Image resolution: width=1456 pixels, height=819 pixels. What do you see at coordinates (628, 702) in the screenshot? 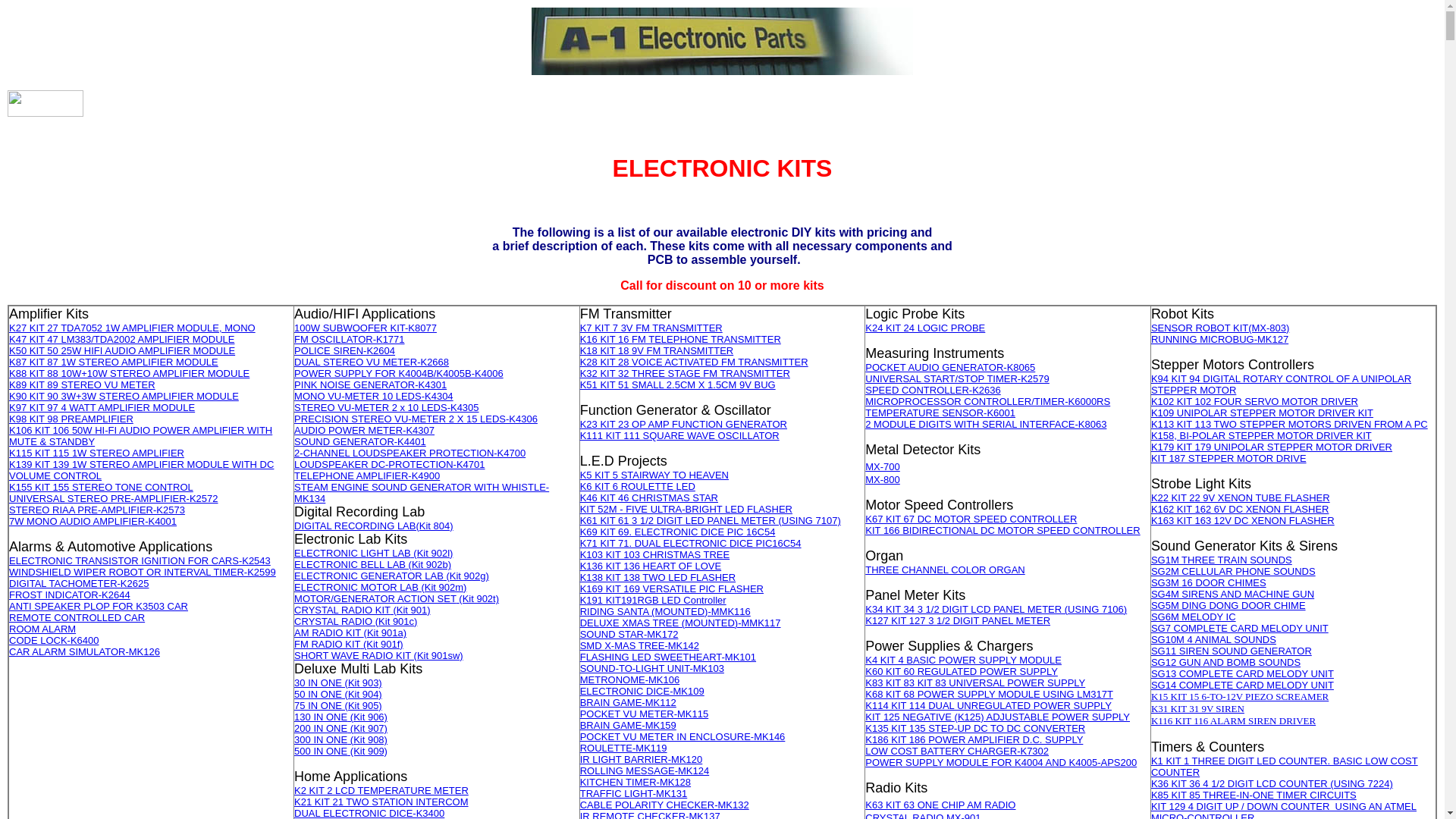
I see `'BRAIN GAME-MK112'` at bounding box center [628, 702].